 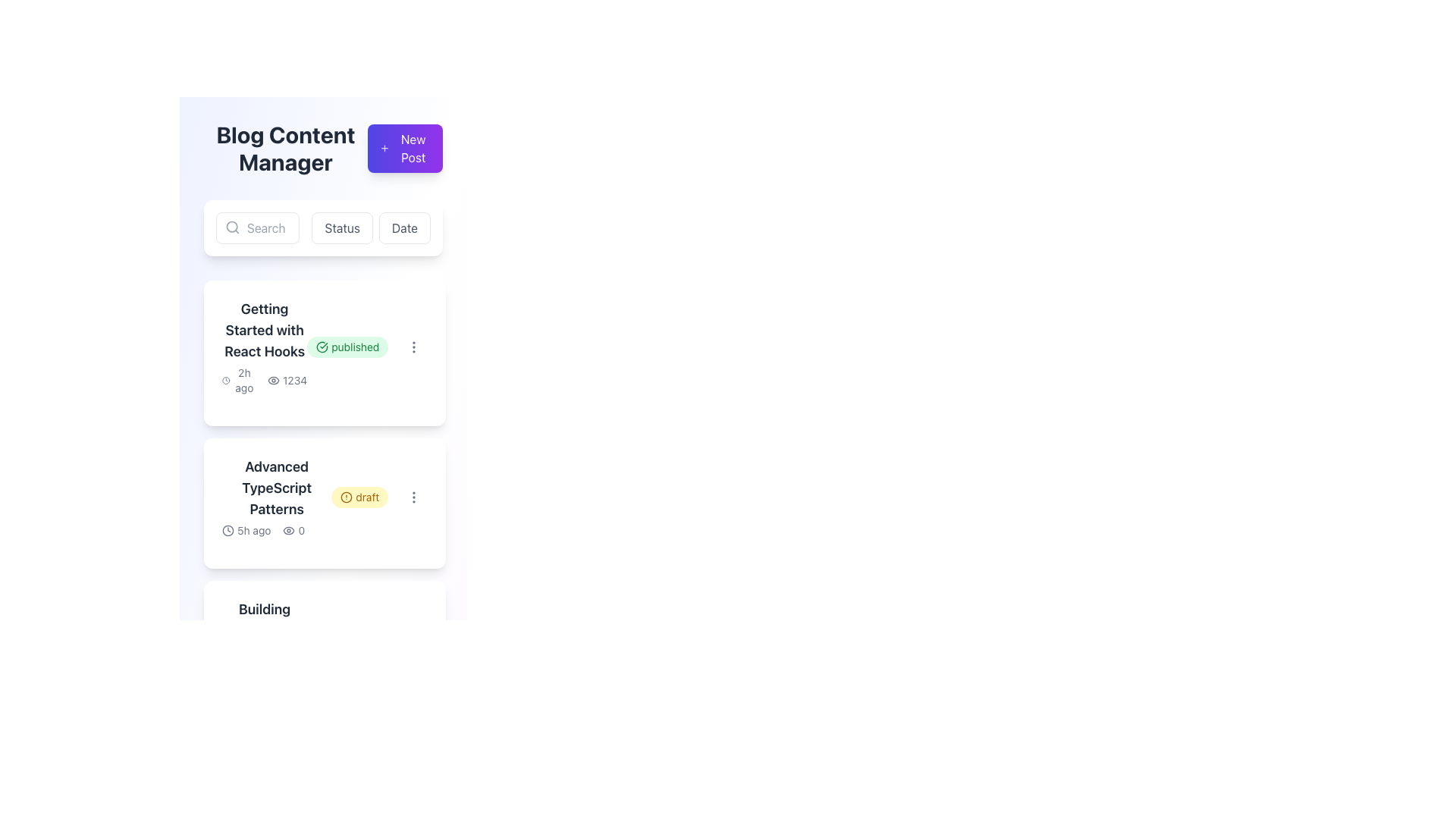 What do you see at coordinates (346, 497) in the screenshot?
I see `the circular yellow icon with an exclamation mark inside, located to the right of the title 'Advanced TypeScript Patterns' in the second item of the vertical list labeled 'draft'` at bounding box center [346, 497].